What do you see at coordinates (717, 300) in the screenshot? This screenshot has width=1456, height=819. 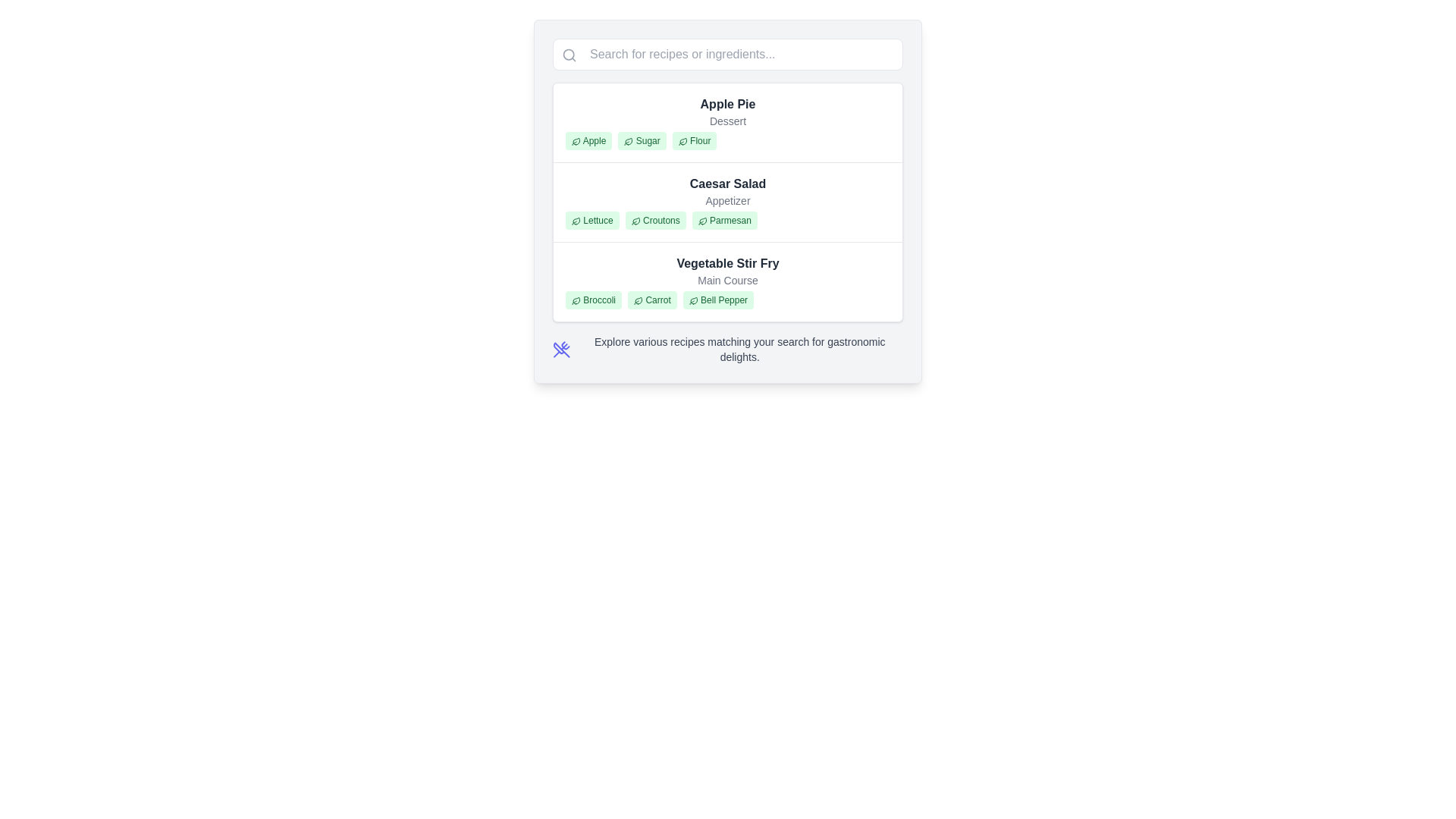 I see `the 'Bell Pepper' label, which is the third label in the ingredient list for the 'Vegetable Stir Fry' recipe` at bounding box center [717, 300].